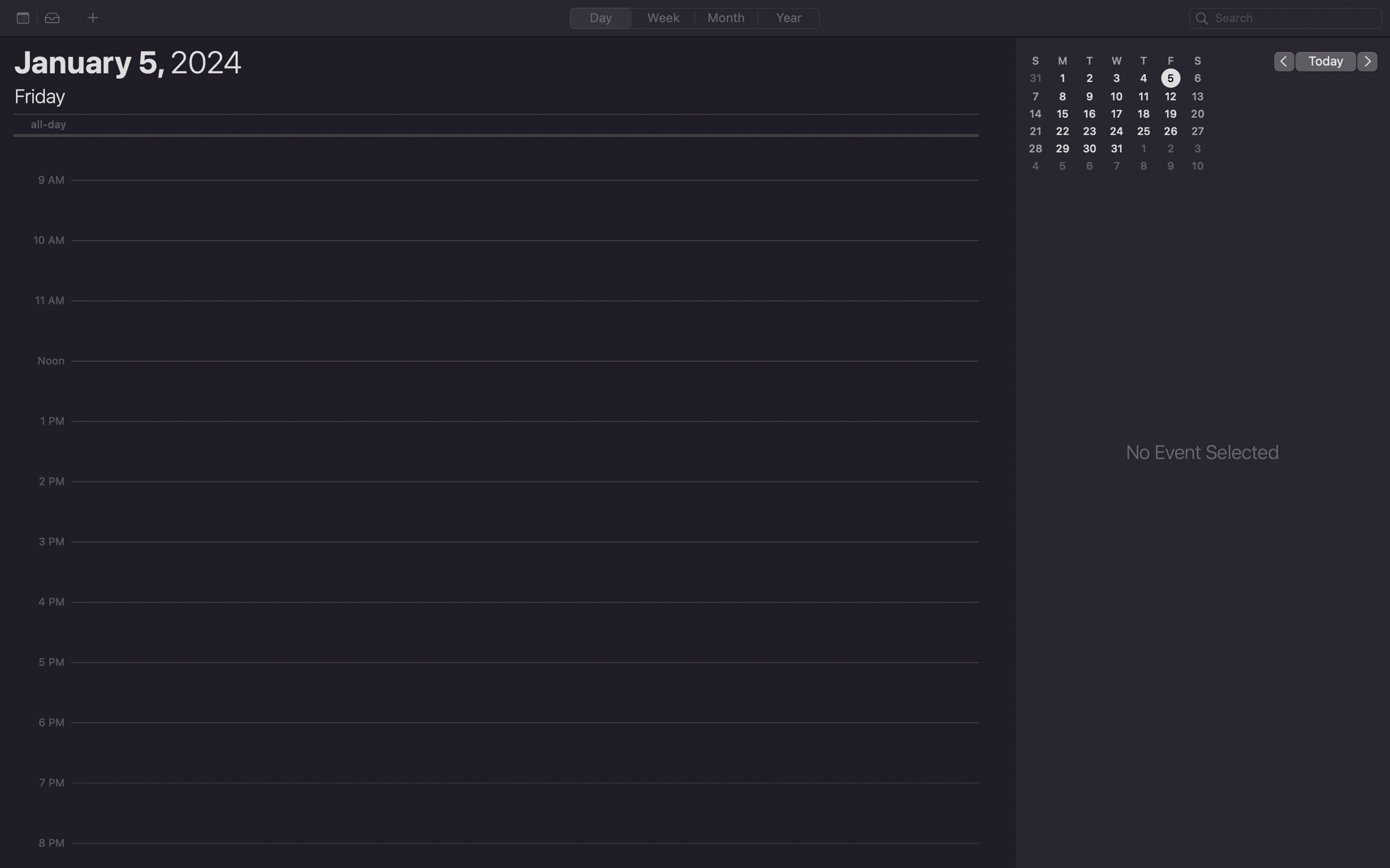  I want to click on the day view on the calendar, so click(600, 17).